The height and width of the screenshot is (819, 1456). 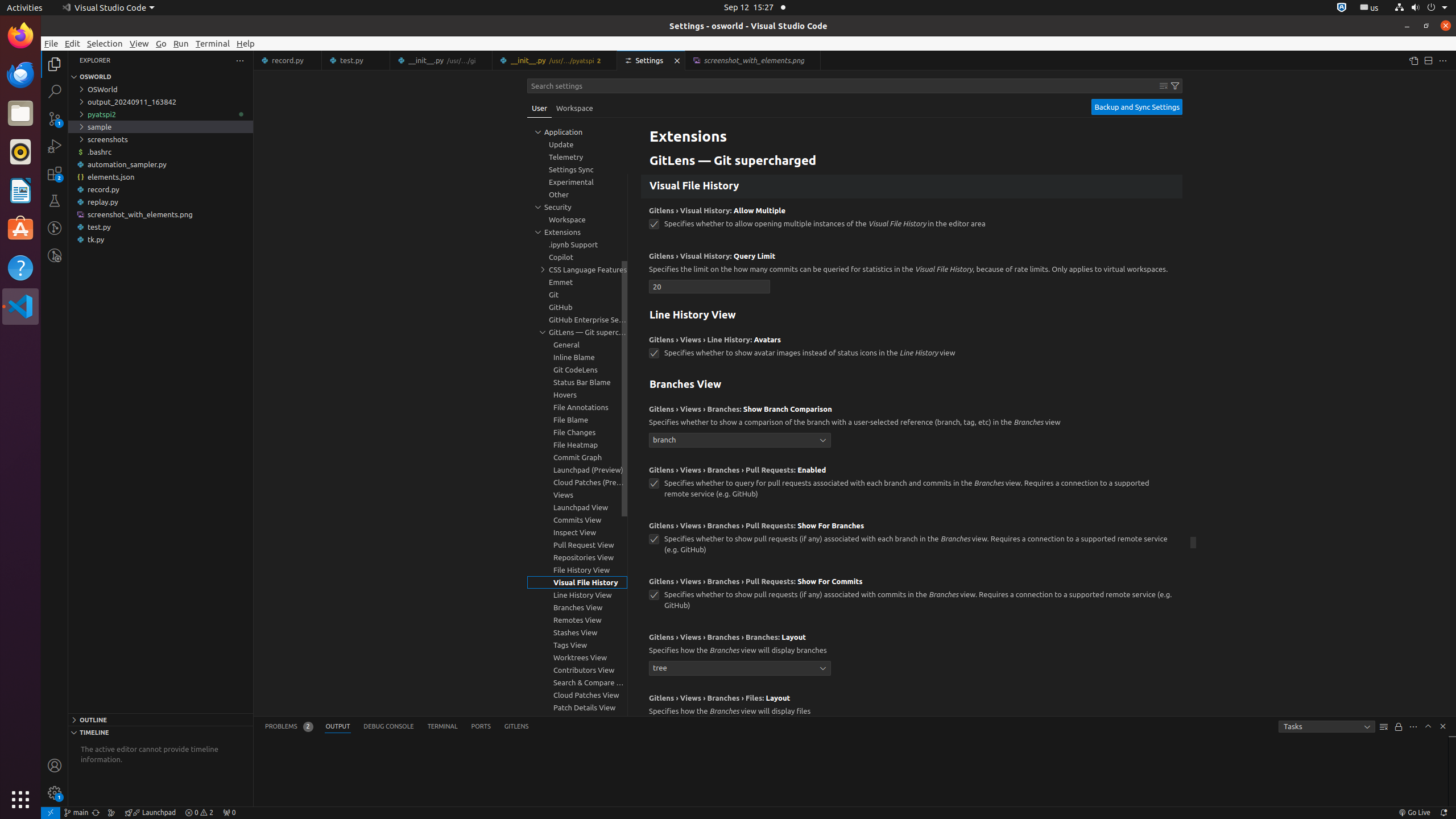 What do you see at coordinates (577, 457) in the screenshot?
I see `'Commit Graph, group'` at bounding box center [577, 457].